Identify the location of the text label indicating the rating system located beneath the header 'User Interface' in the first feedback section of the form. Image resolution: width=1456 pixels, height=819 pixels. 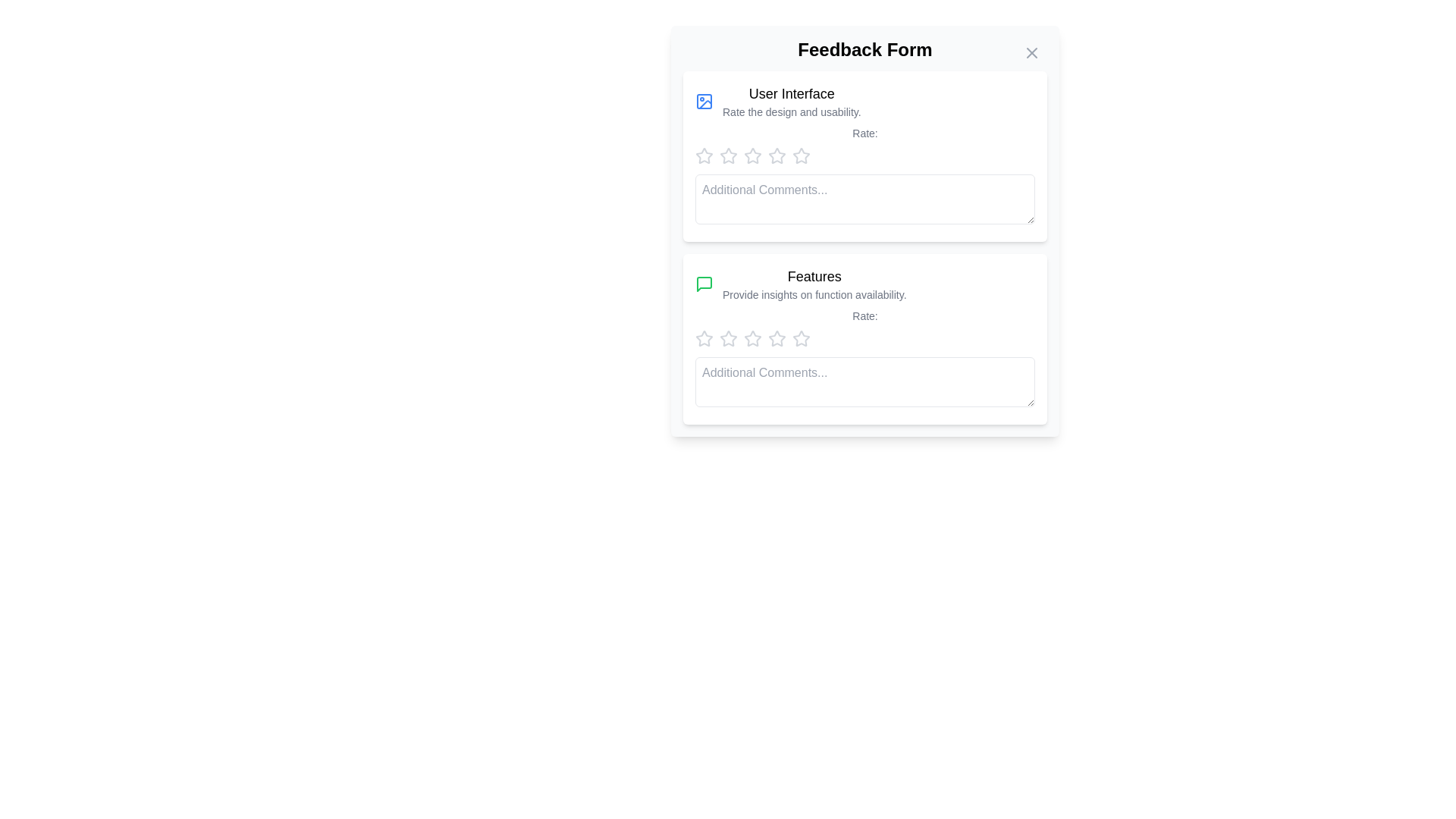
(865, 133).